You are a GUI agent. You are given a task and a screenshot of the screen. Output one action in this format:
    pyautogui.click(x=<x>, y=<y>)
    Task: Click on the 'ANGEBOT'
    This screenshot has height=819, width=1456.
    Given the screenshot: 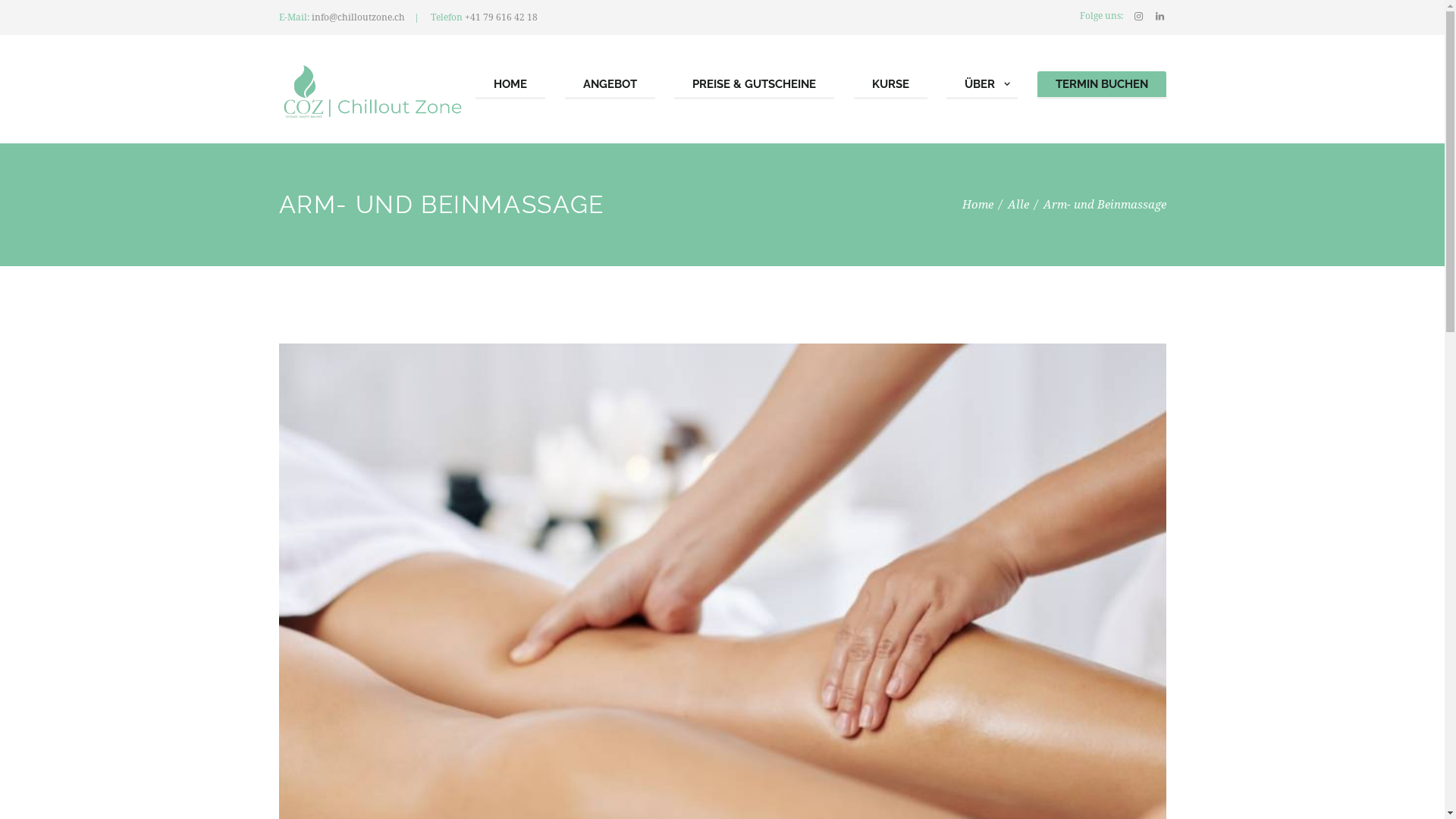 What is the action you would take?
    pyautogui.click(x=609, y=85)
    